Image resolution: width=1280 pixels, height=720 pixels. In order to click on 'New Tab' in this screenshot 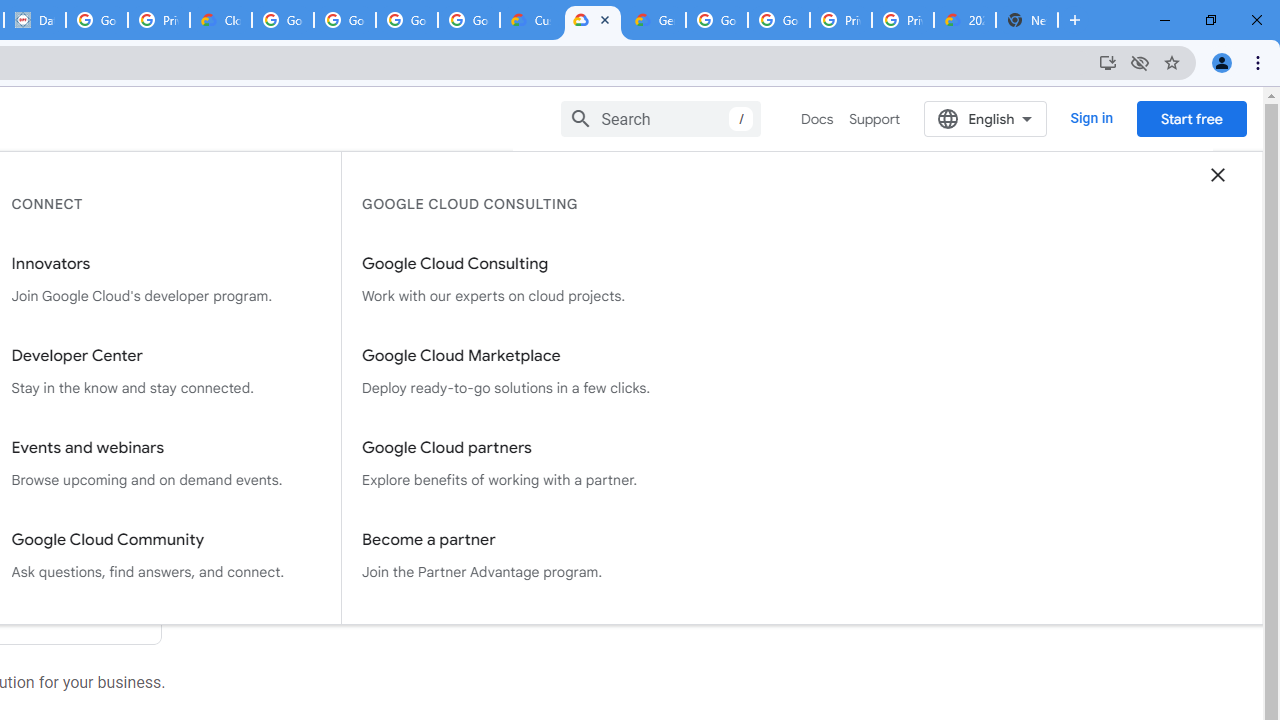, I will do `click(1027, 20)`.